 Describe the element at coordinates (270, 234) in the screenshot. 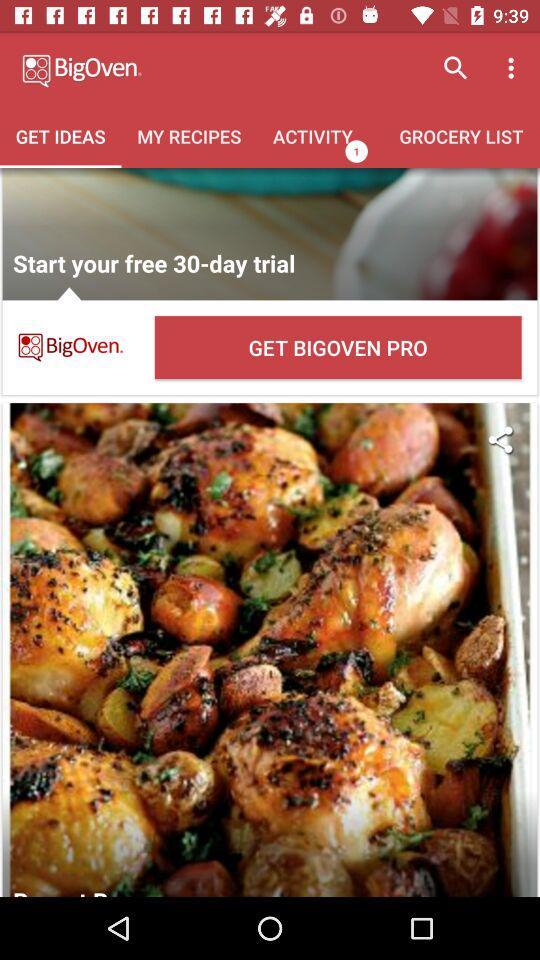

I see `start your free 30-day trial by clicking here` at that location.